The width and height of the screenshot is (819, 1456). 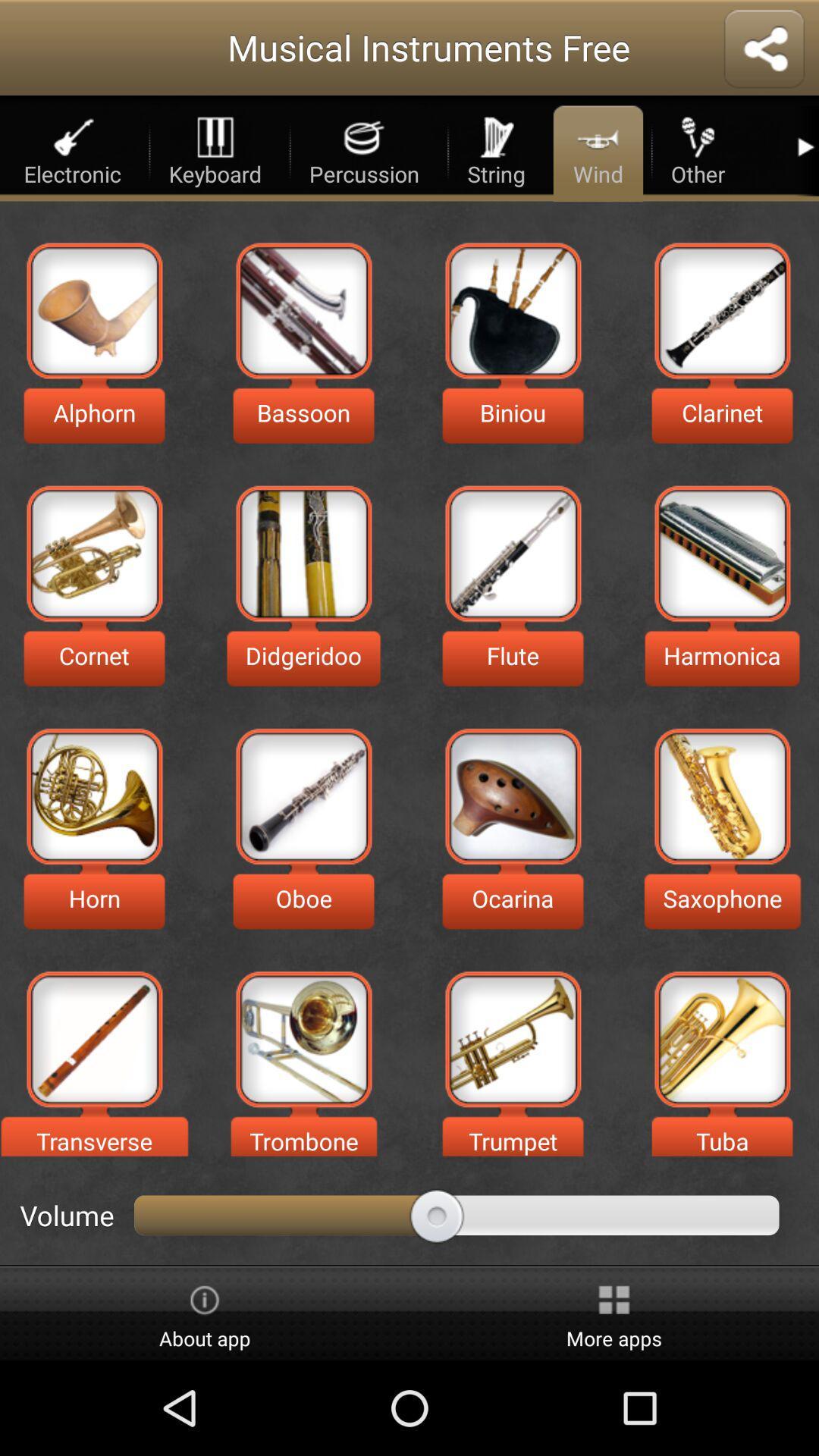 What do you see at coordinates (512, 309) in the screenshot?
I see `sound of a biniou` at bounding box center [512, 309].